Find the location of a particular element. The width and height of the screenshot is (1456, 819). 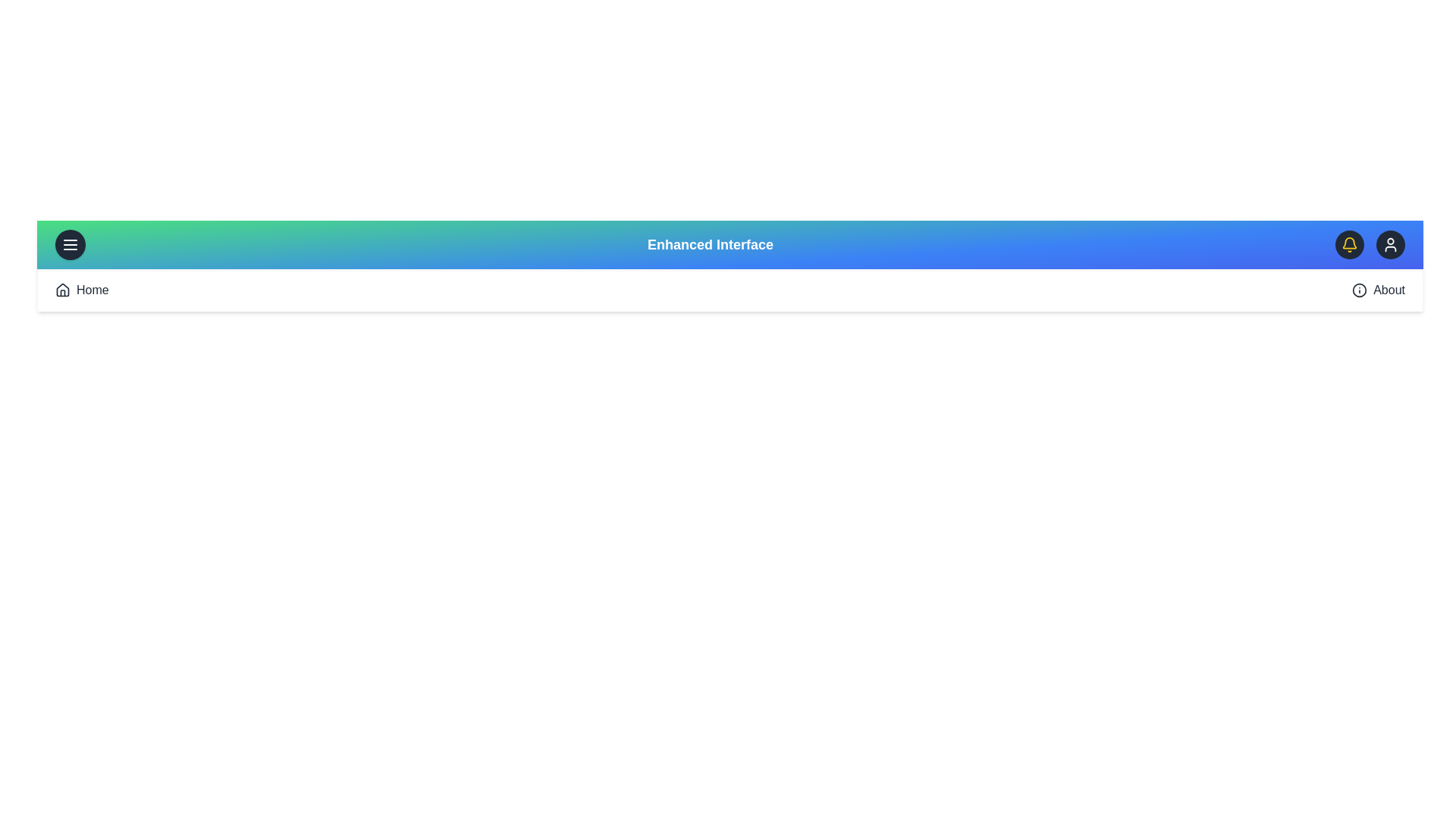

the 'About' navigation link is located at coordinates (1389, 290).